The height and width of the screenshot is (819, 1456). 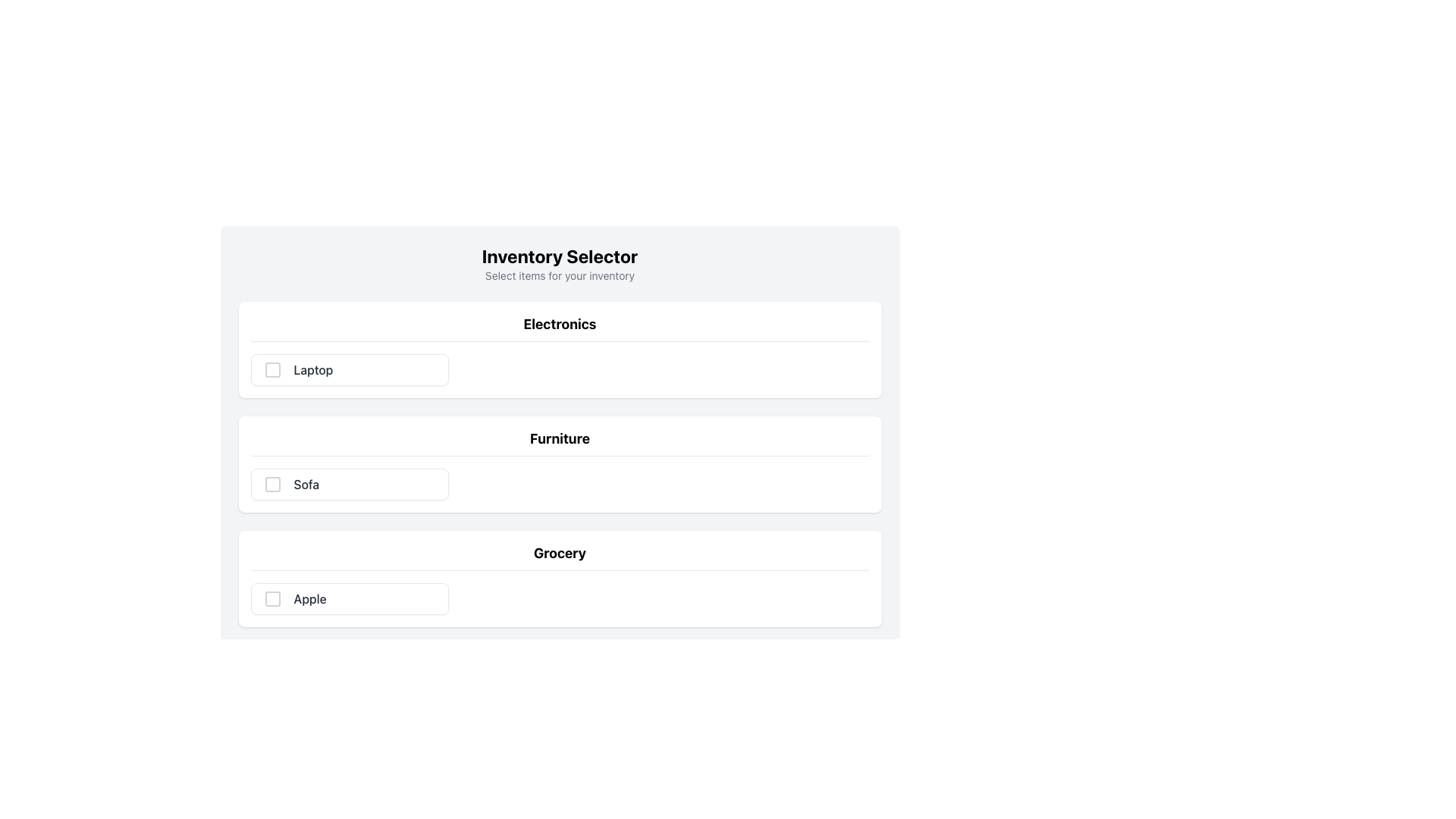 I want to click on the small square Decorative SVG subcomponent with a light gray border located within the 'Furniture' group of the Inventory Selector interface, next to the 'Sofa' label, so click(x=272, y=485).